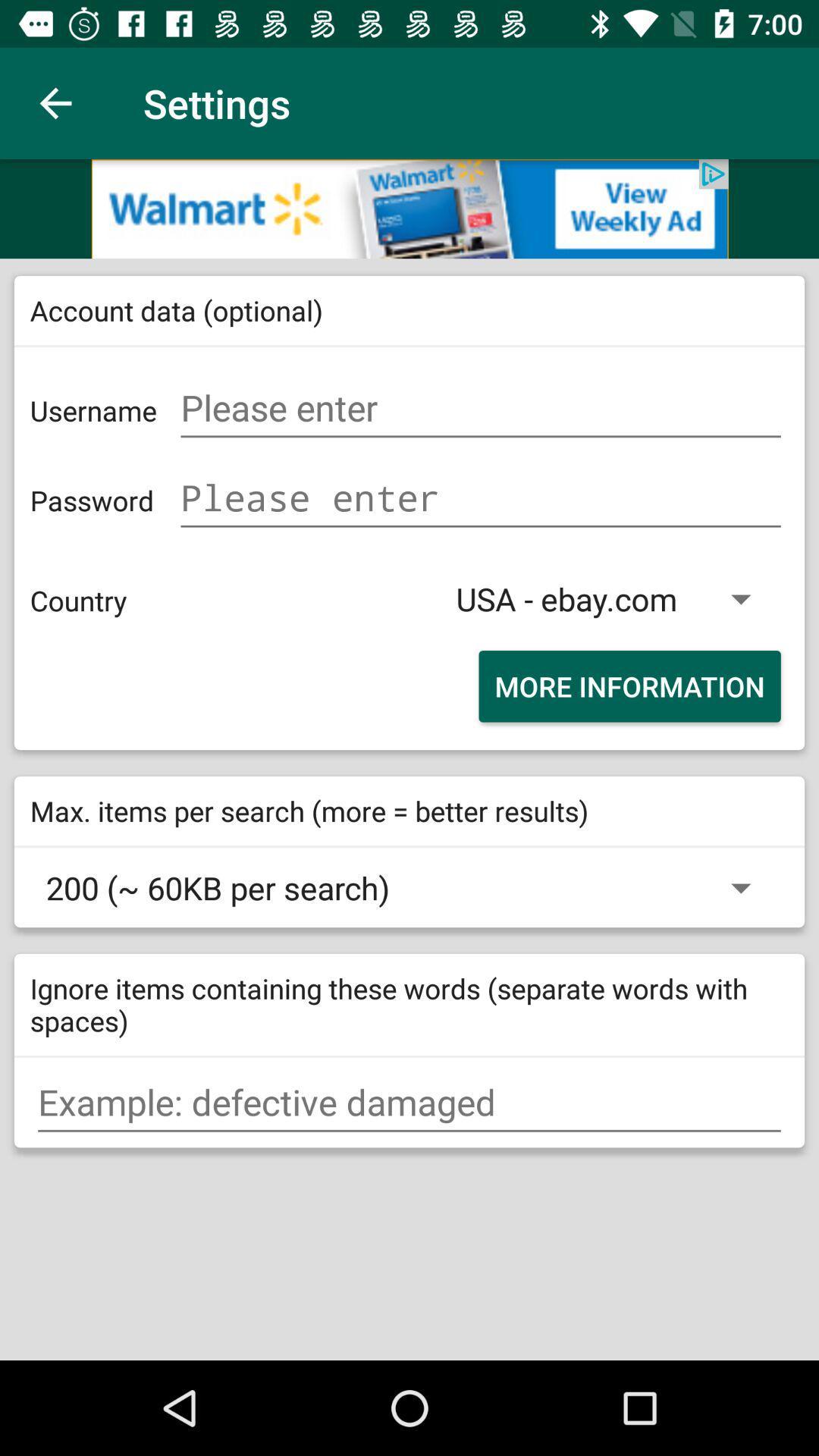 This screenshot has width=819, height=1456. Describe the element at coordinates (409, 208) in the screenshot. I see `advertisement option` at that location.